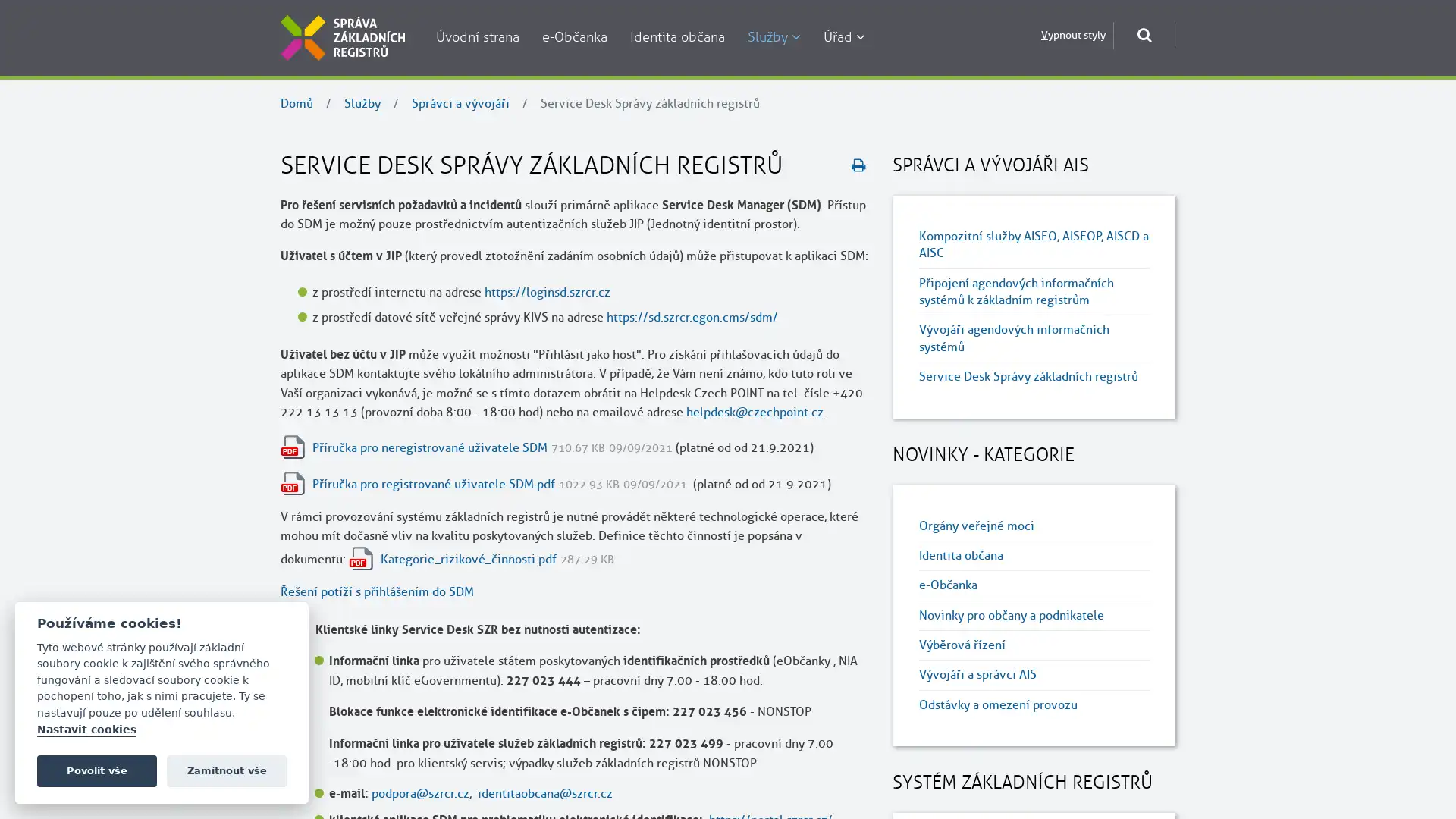 The height and width of the screenshot is (819, 1456). I want to click on Povolit vse, so click(96, 770).